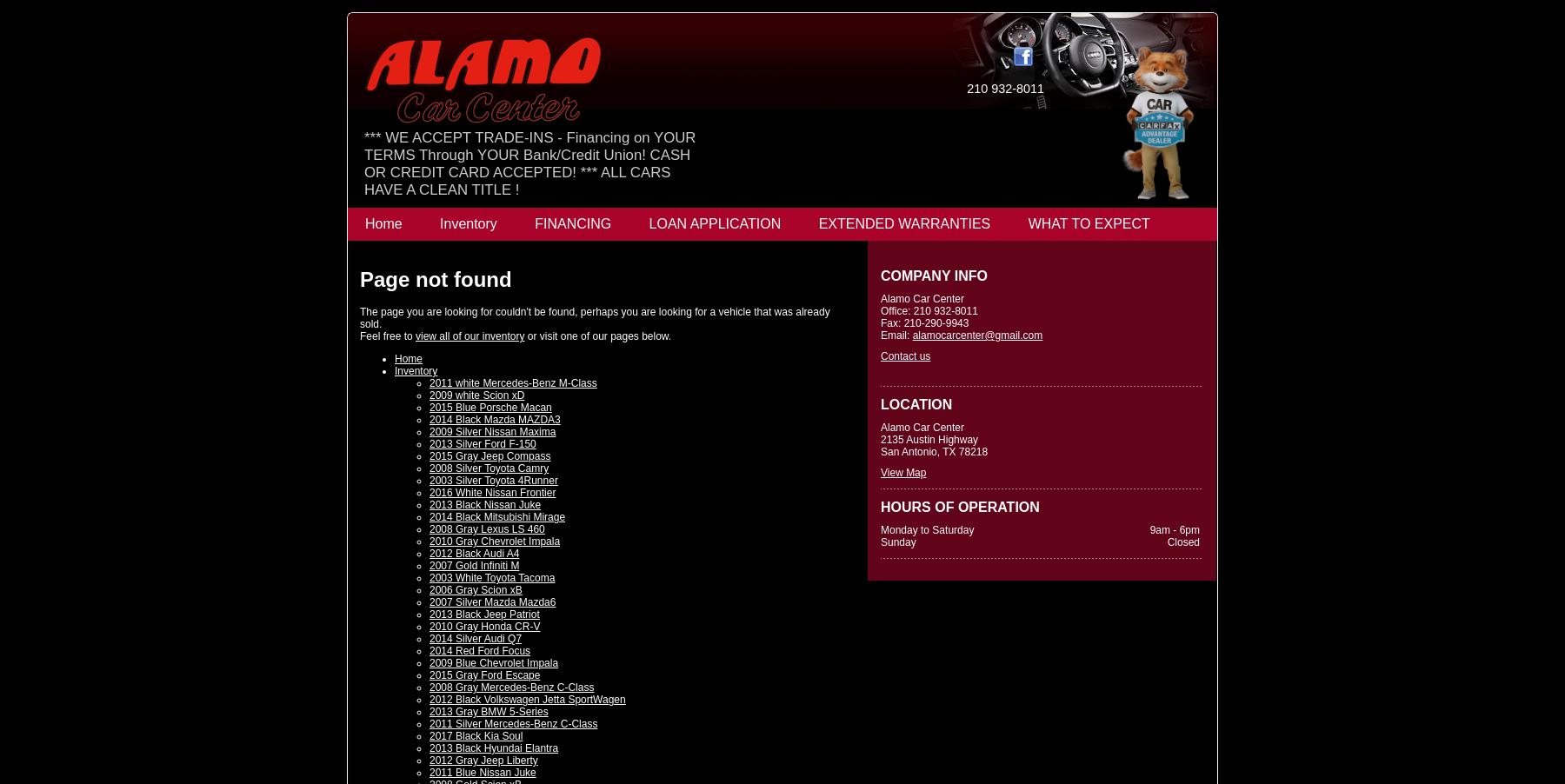  I want to click on 'Contact us', so click(881, 355).